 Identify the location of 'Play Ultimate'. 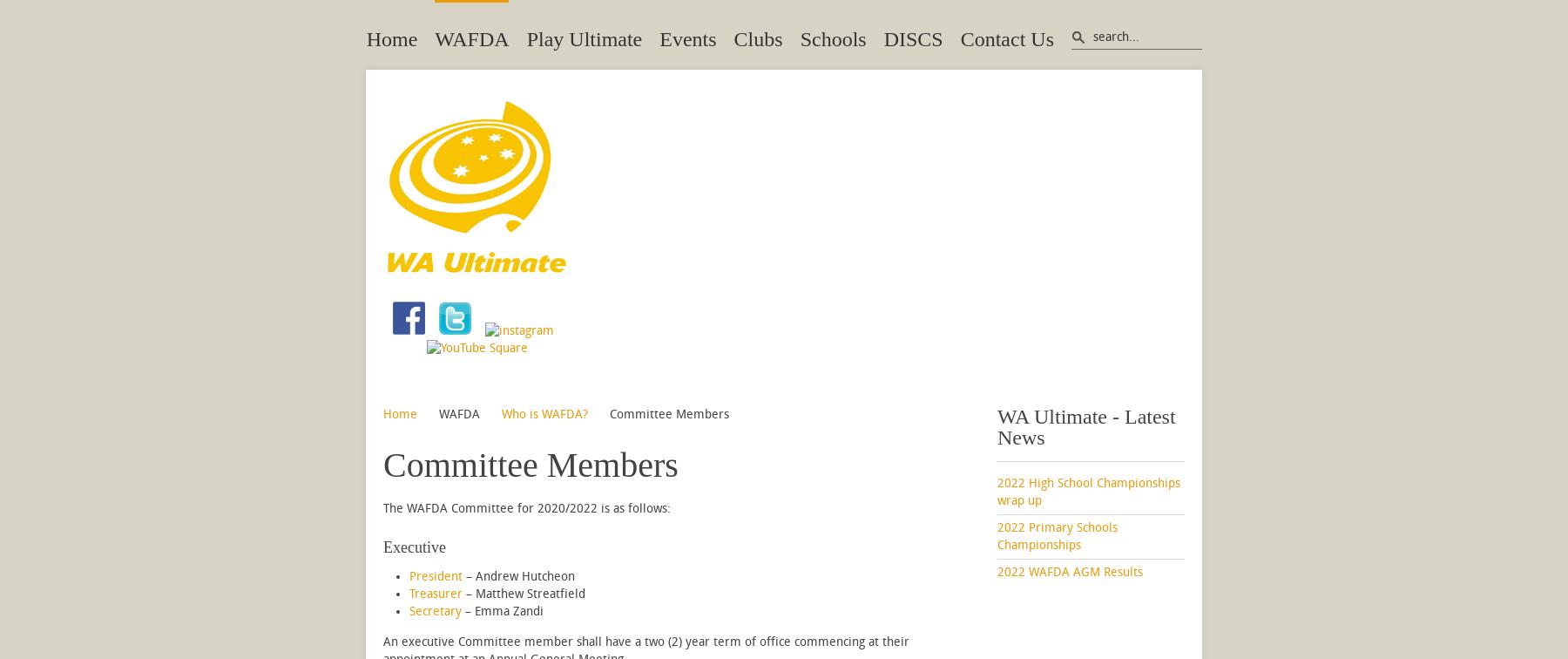
(584, 38).